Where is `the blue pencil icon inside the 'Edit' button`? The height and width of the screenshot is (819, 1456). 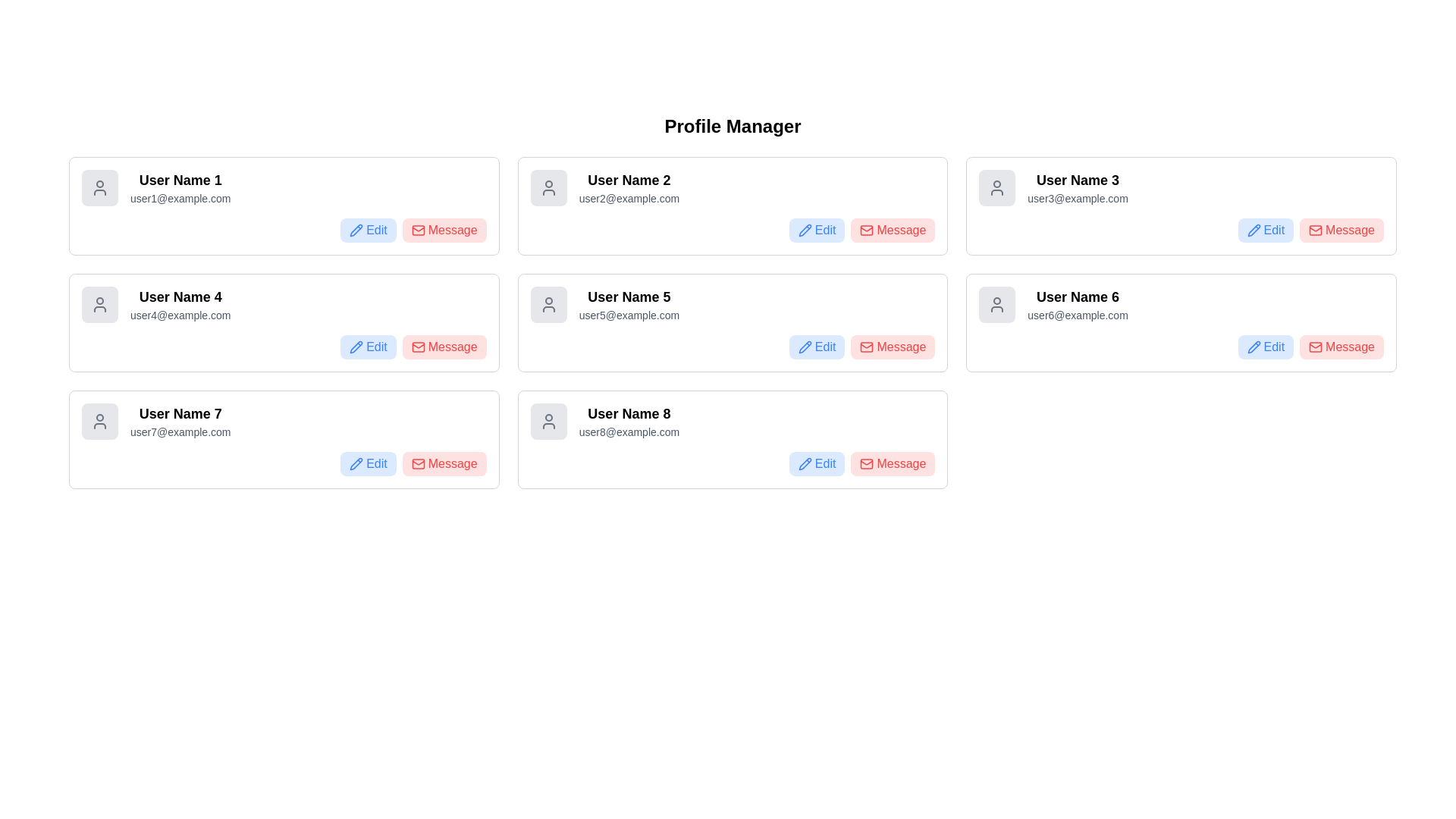
the blue pencil icon inside the 'Edit' button is located at coordinates (804, 463).